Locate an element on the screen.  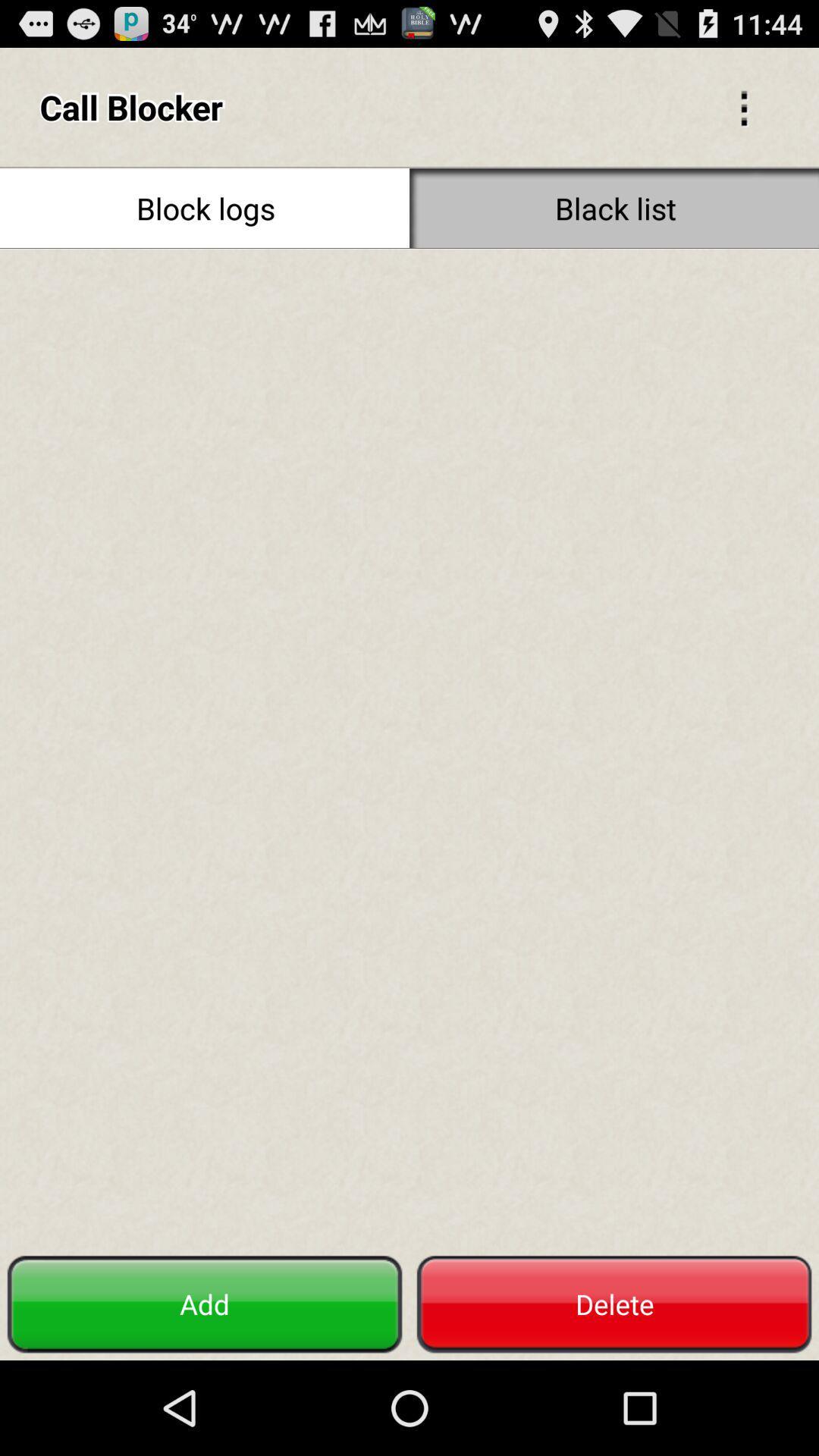
delete is located at coordinates (614, 1304).